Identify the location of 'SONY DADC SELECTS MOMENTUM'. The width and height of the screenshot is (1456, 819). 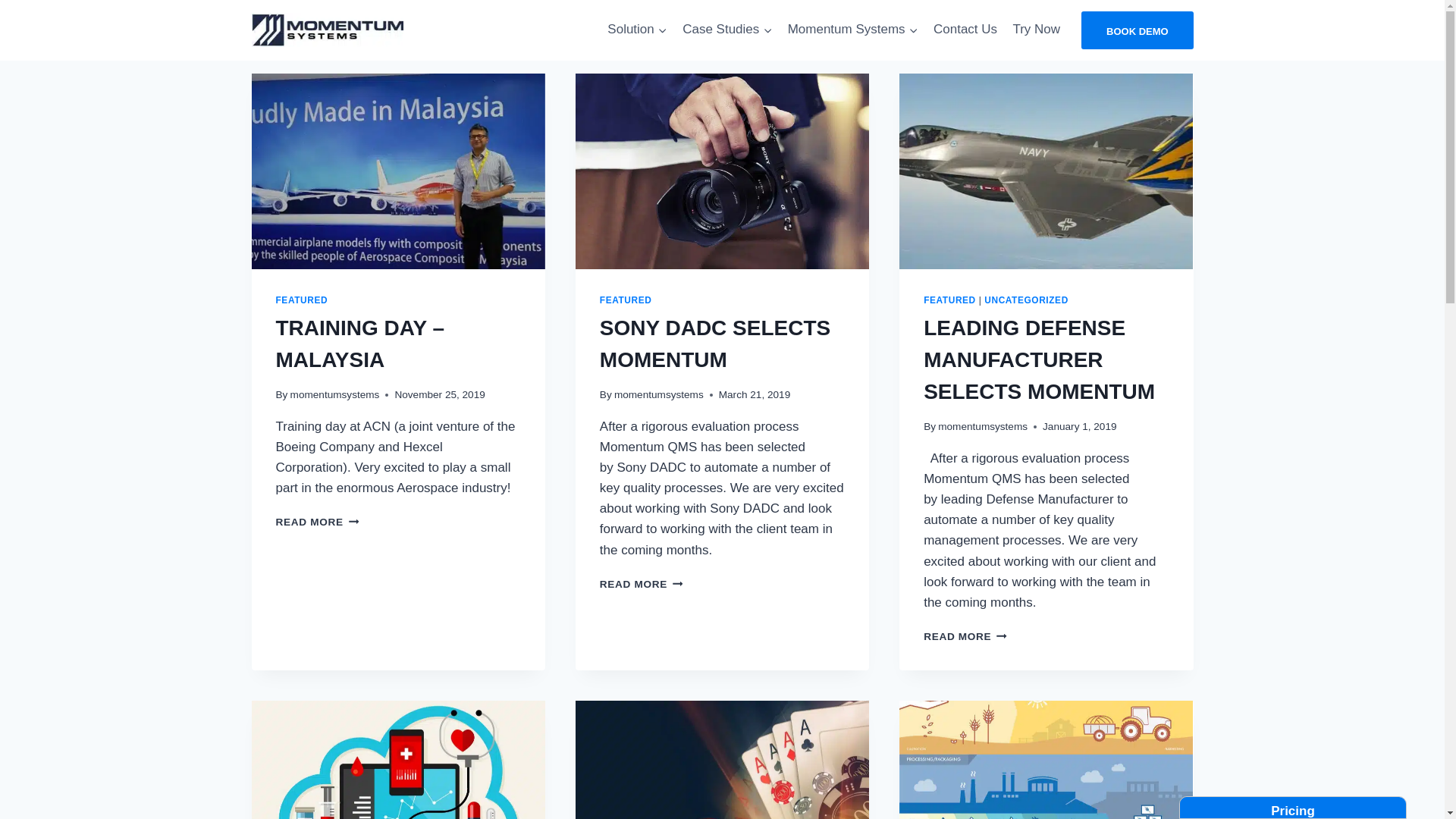
(714, 344).